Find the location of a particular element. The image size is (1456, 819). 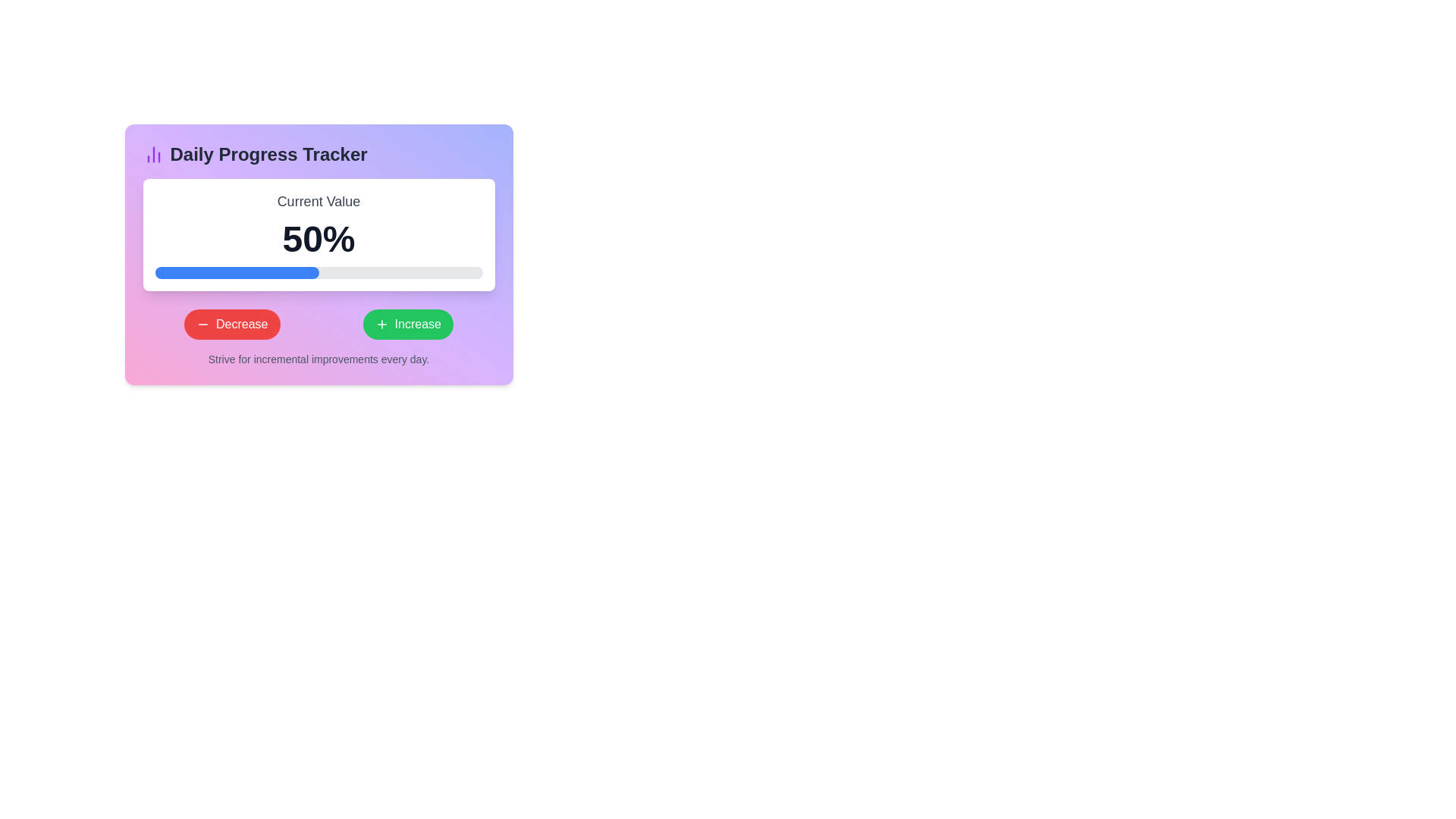

the text label that provides context for the displayed percentage value, which is located above the '50%' text in a white rounded box with shadow effects is located at coordinates (318, 201).